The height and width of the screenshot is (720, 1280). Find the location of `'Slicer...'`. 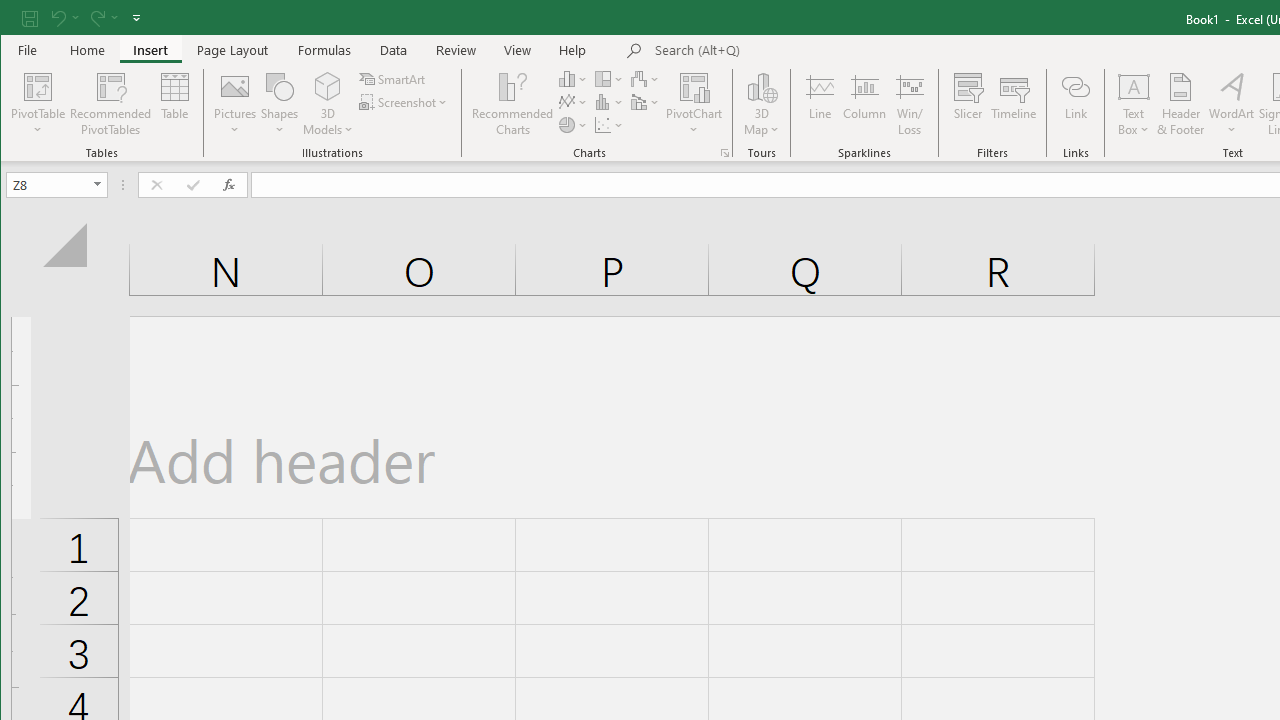

'Slicer...' is located at coordinates (968, 104).